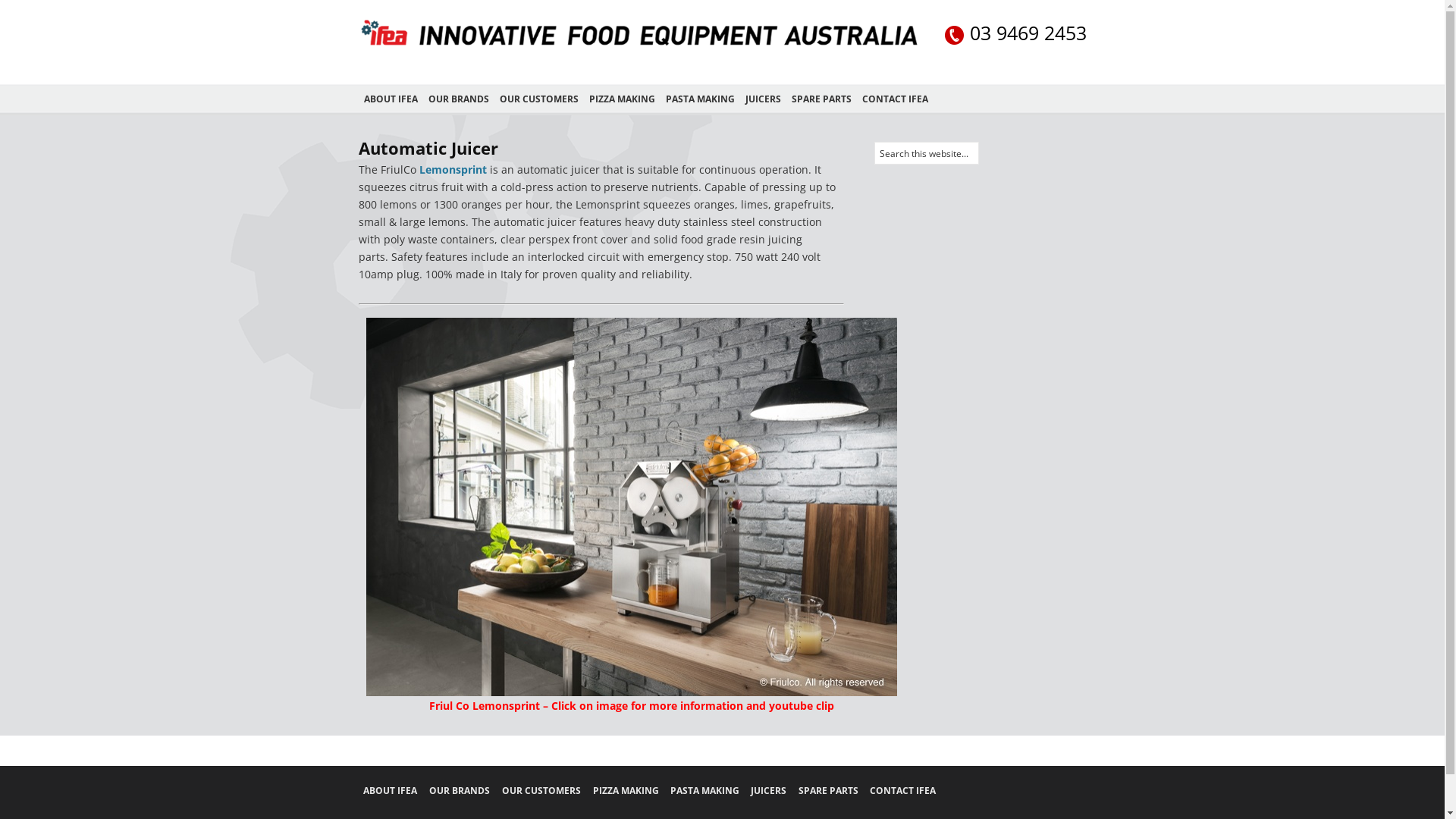 The height and width of the screenshot is (819, 1456). I want to click on 'JUICERS', so click(763, 99).